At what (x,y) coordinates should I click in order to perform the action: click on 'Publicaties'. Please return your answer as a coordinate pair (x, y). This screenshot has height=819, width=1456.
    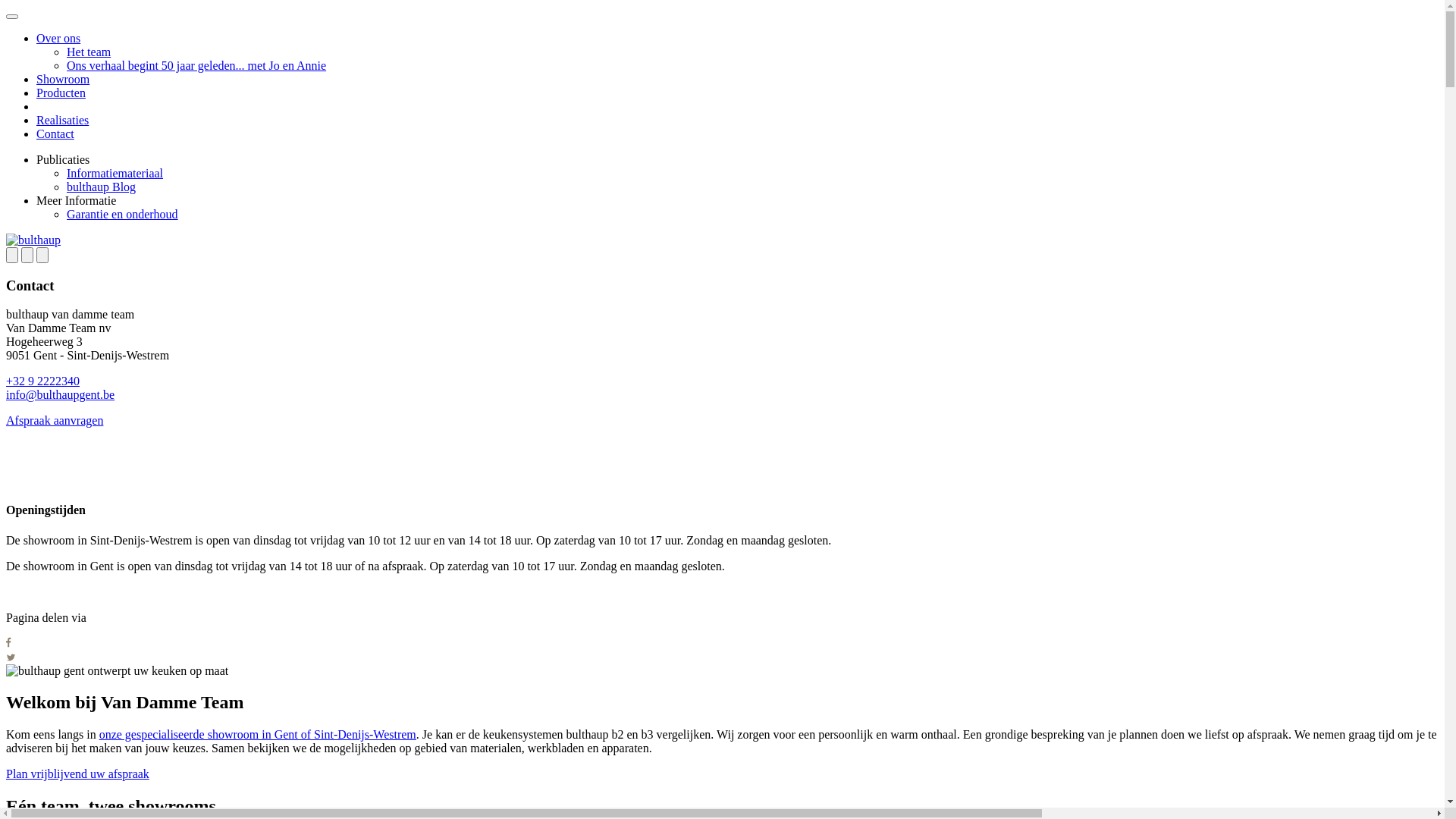
    Looking at the image, I should click on (61, 159).